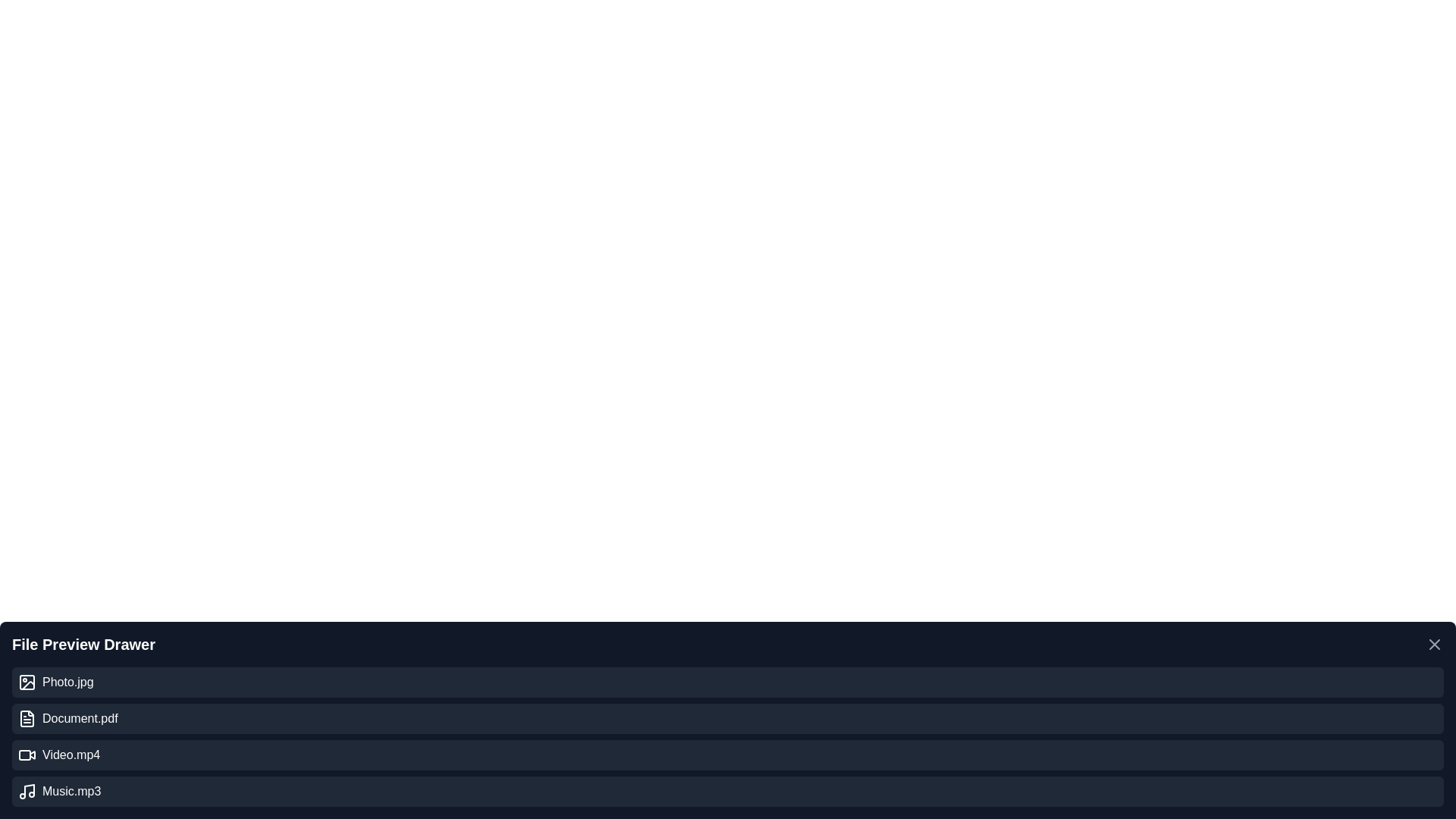  What do you see at coordinates (71, 755) in the screenshot?
I see `the static text element that represents a file name in the file preview drawer, located below 'Document.pdf' and above 'Music.mp3'` at bounding box center [71, 755].